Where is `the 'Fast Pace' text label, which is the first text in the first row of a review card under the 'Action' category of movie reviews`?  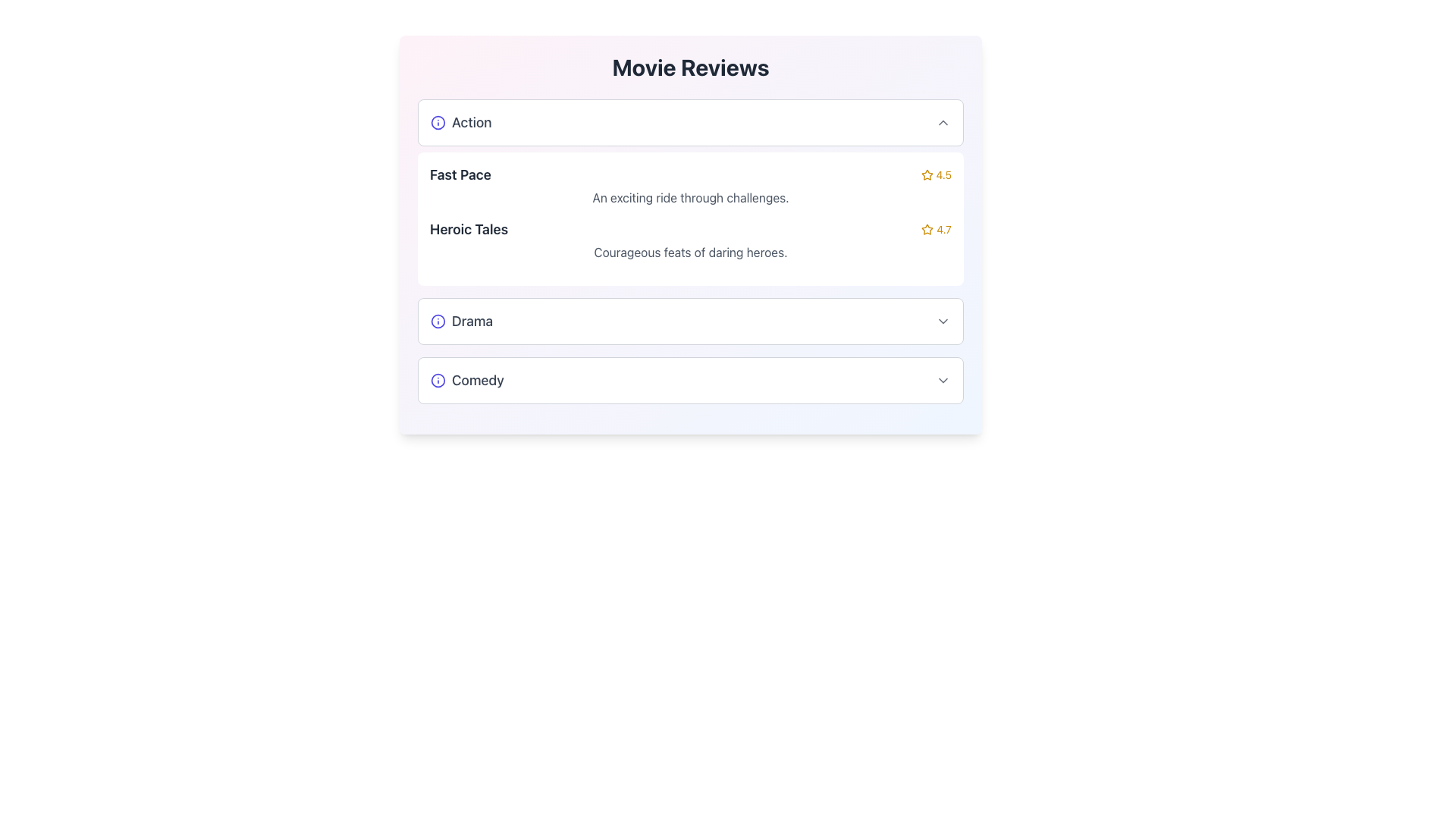
the 'Fast Pace' text label, which is the first text in the first row of a review card under the 'Action' category of movie reviews is located at coordinates (460, 174).